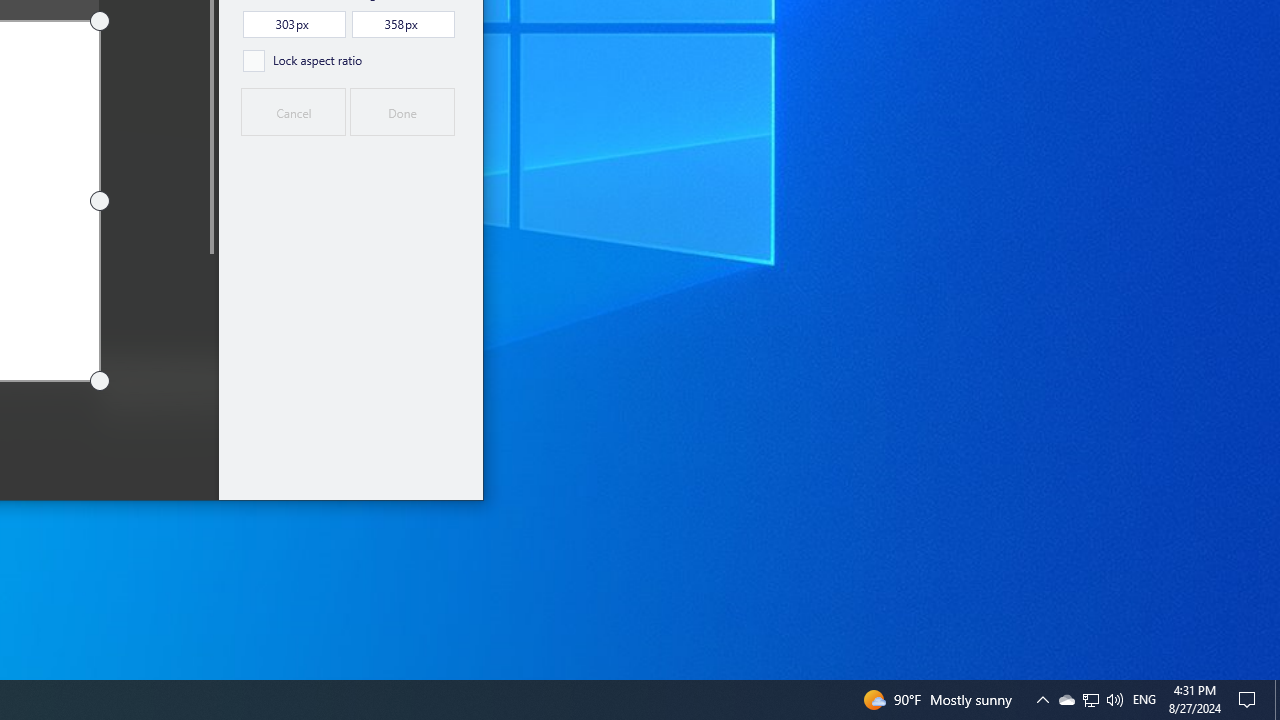  Describe the element at coordinates (293, 24) in the screenshot. I see `'Width,, pixels'` at that location.